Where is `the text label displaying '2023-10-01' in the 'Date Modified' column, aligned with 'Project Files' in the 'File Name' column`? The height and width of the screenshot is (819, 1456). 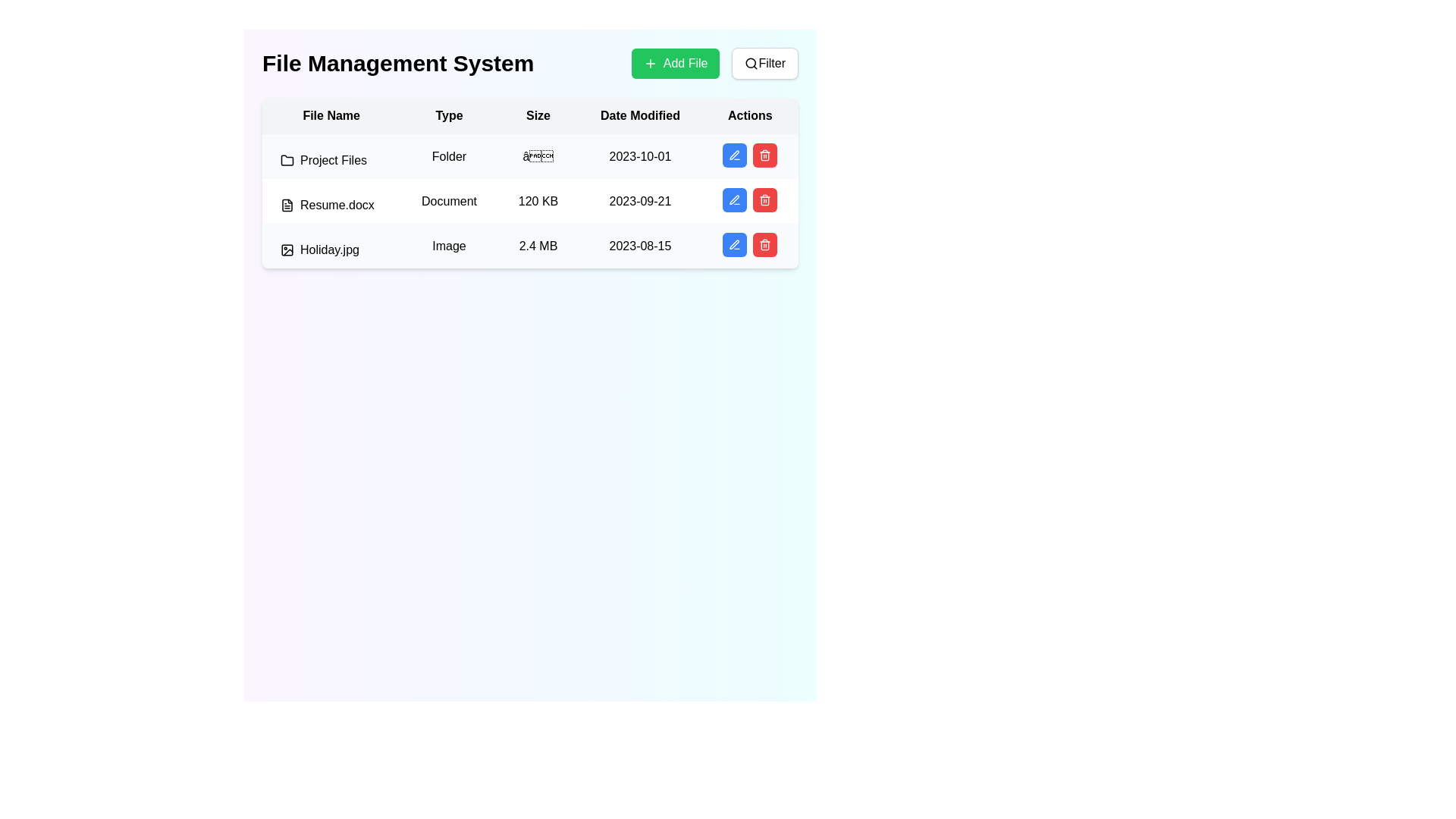 the text label displaying '2023-10-01' in the 'Date Modified' column, aligned with 'Project Files' in the 'File Name' column is located at coordinates (640, 156).